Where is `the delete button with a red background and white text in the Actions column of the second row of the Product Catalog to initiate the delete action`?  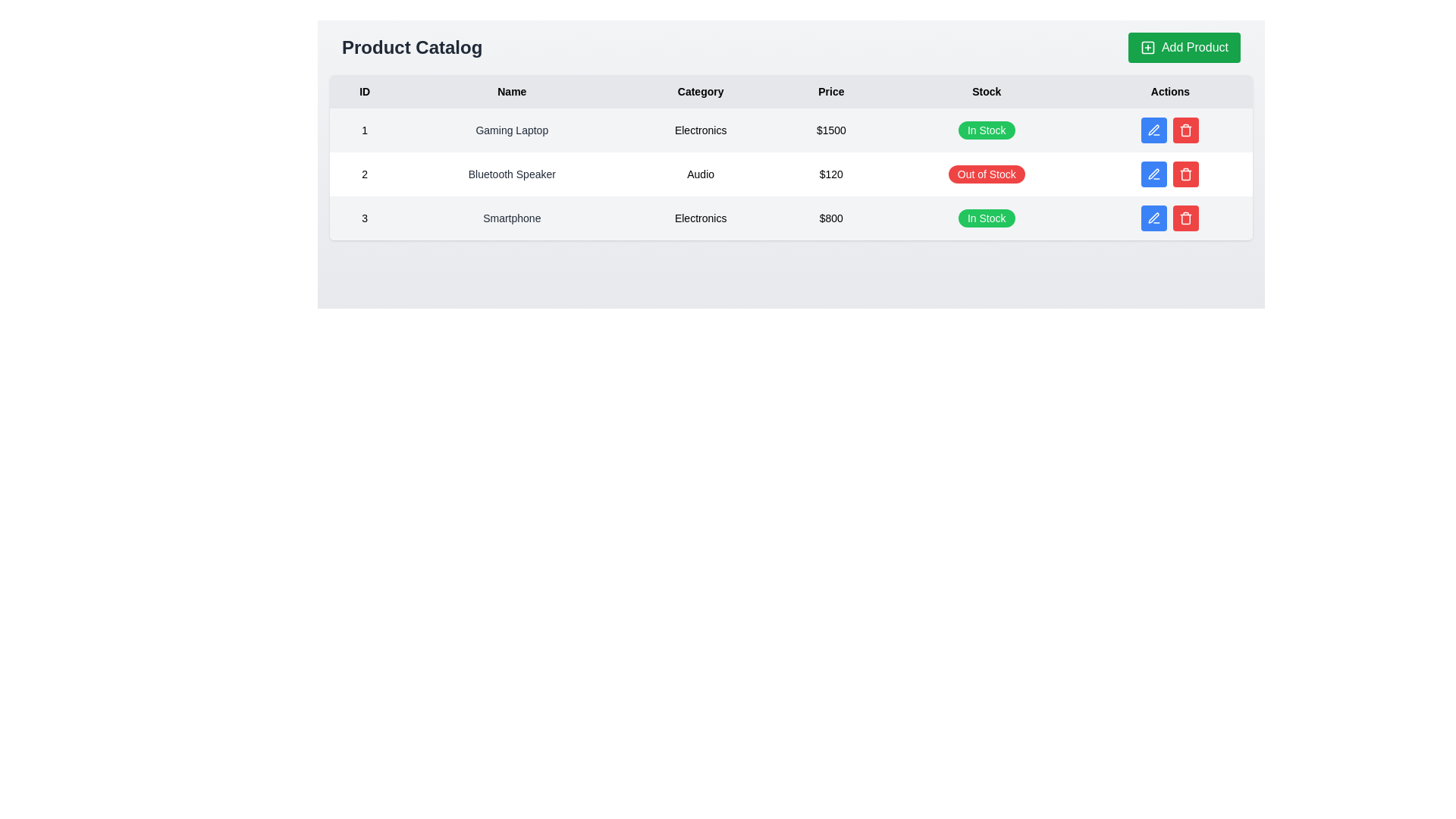
the delete button with a red background and white text in the Actions column of the second row of the Product Catalog to initiate the delete action is located at coordinates (1185, 130).